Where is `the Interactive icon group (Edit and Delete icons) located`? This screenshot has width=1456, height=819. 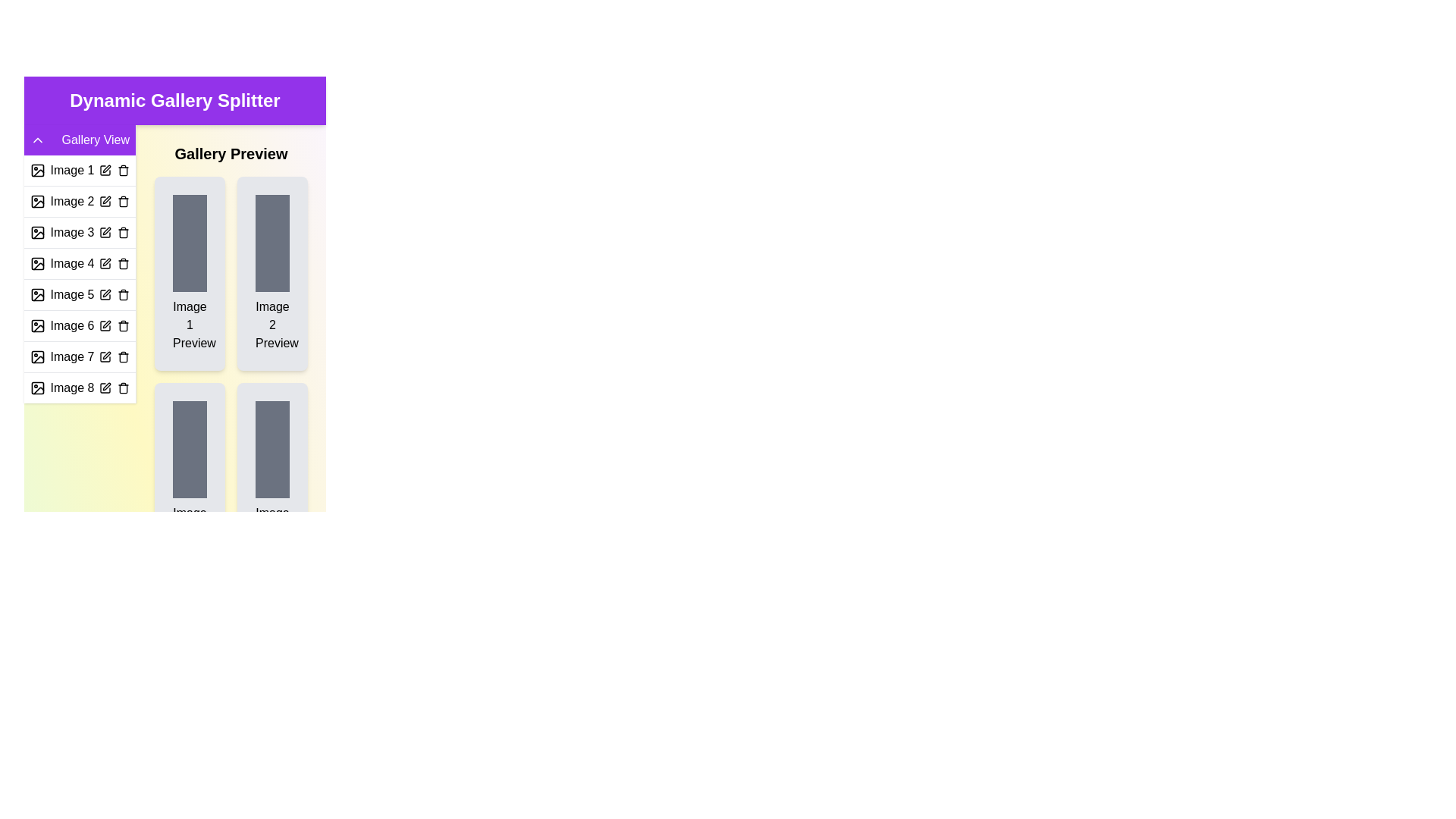
the Interactive icon group (Edit and Delete icons) located is located at coordinates (113, 295).